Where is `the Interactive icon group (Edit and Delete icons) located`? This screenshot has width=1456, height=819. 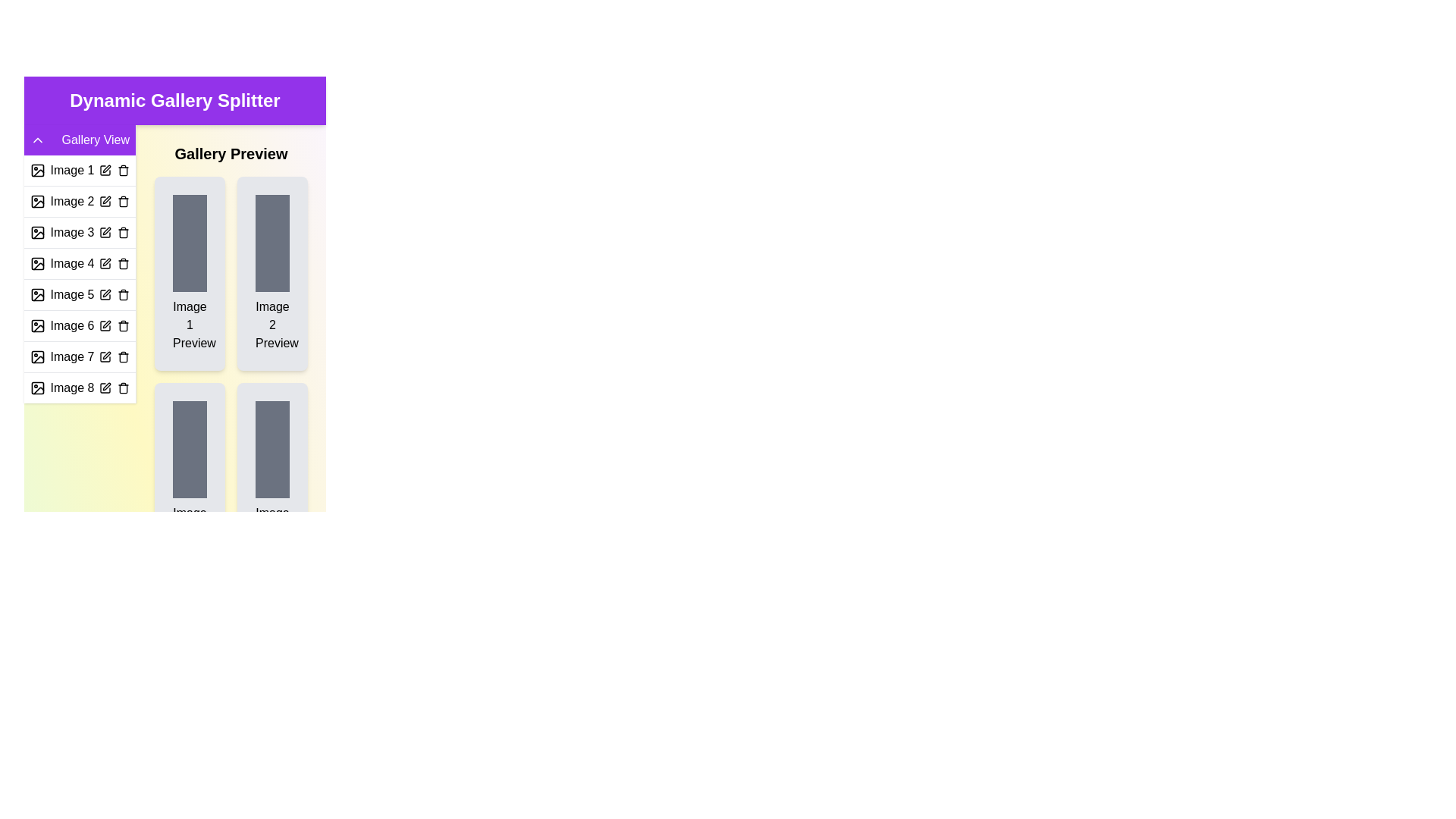
the Interactive icon group (Edit and Delete icons) located is located at coordinates (113, 295).